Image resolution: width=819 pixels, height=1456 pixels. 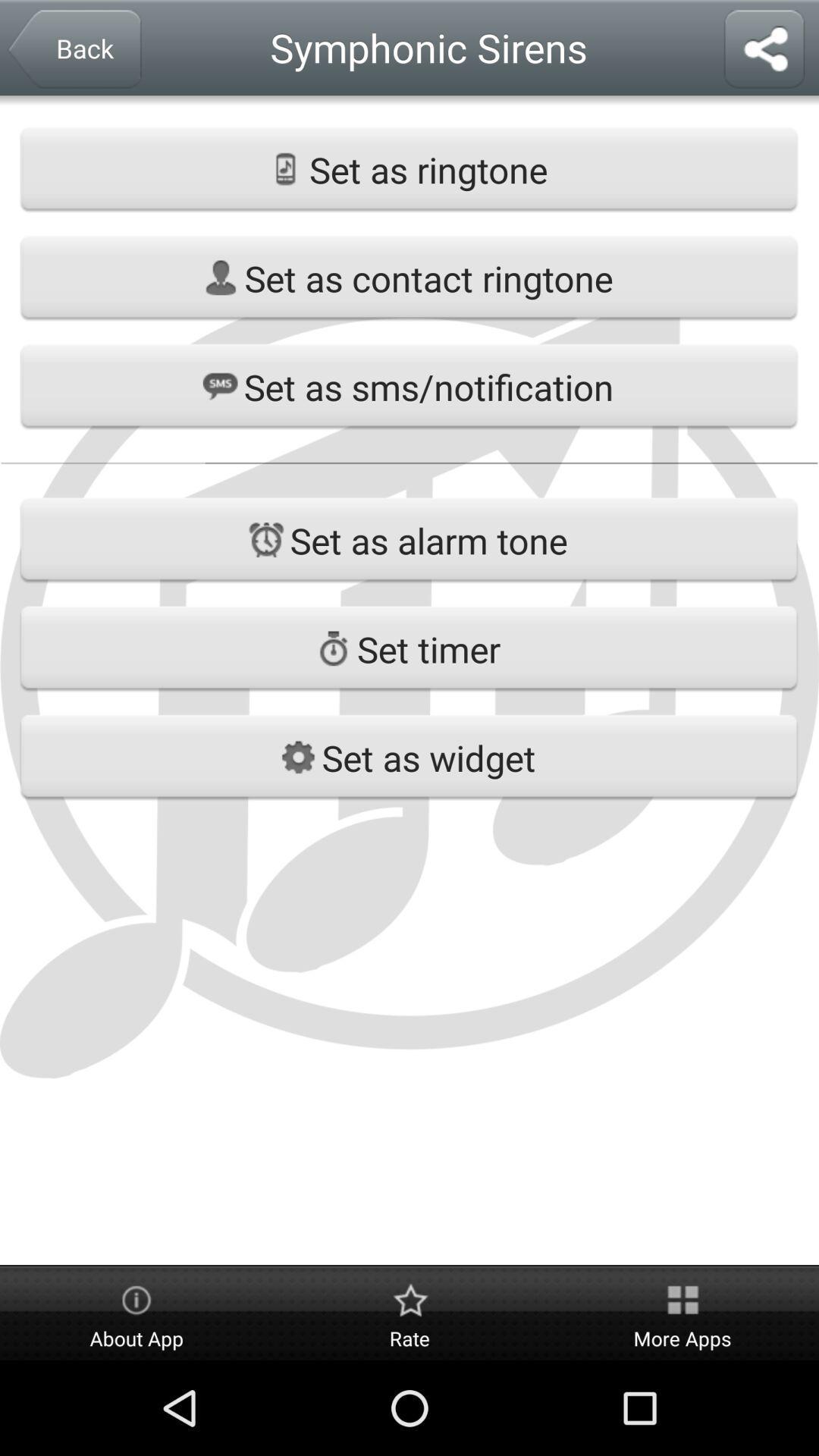 What do you see at coordinates (286, 168) in the screenshot?
I see `the icon on left to the button set as ringtone on the web page` at bounding box center [286, 168].